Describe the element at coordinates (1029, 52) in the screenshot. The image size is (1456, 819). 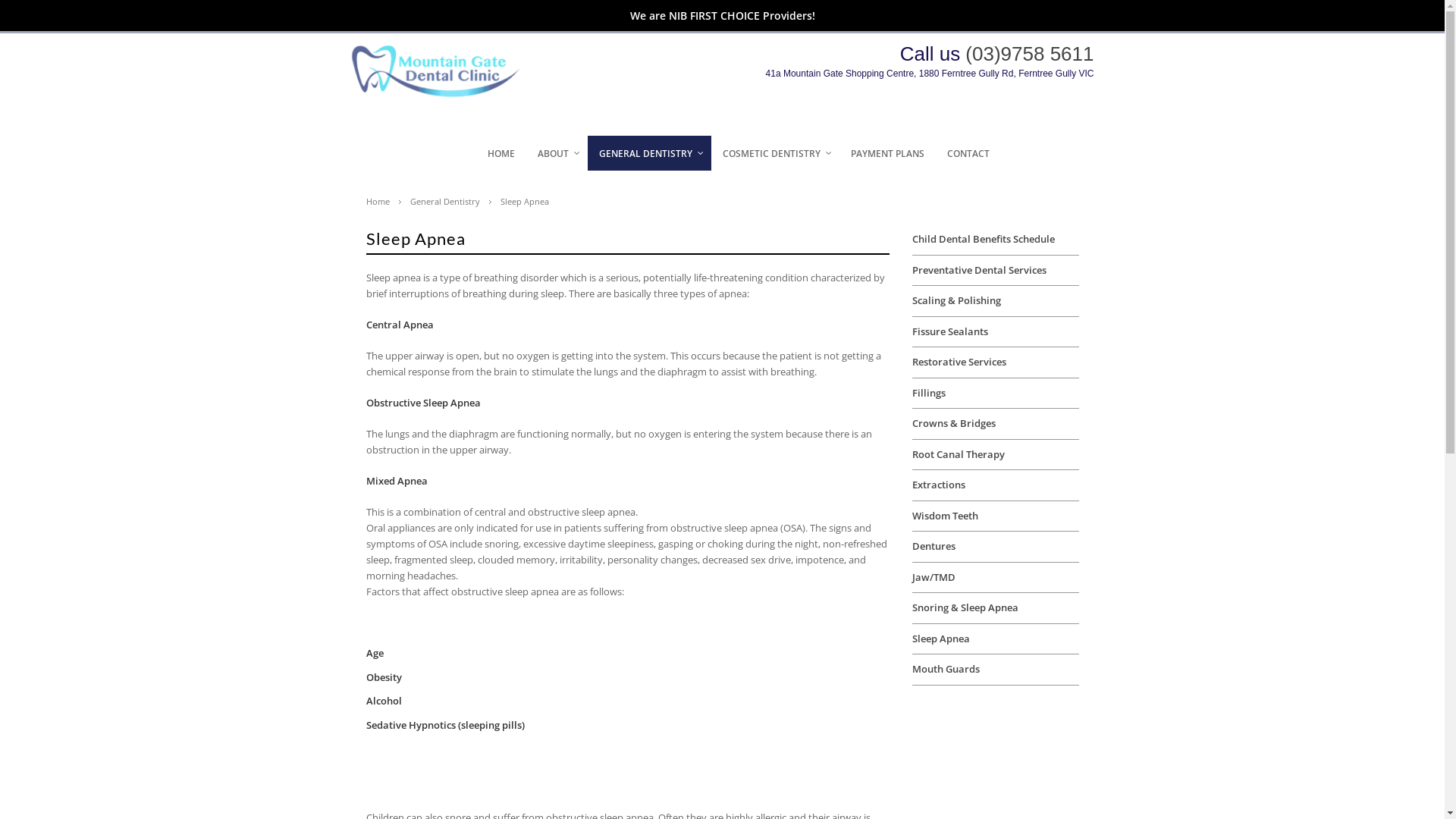
I see `'(03)9758 5611'` at that location.